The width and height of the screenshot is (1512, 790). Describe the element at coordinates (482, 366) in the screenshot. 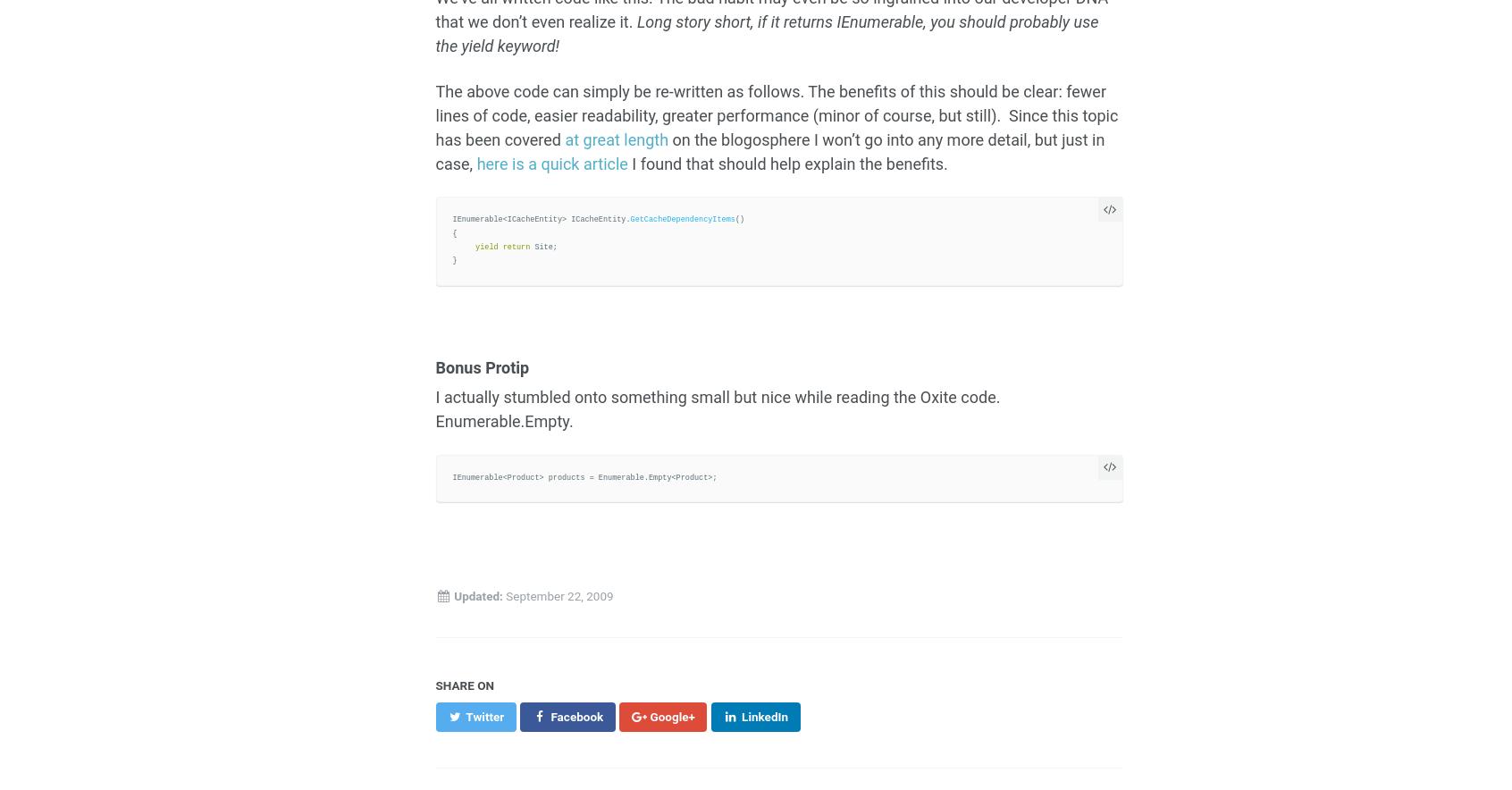

I see `'Bonus Protip'` at that location.